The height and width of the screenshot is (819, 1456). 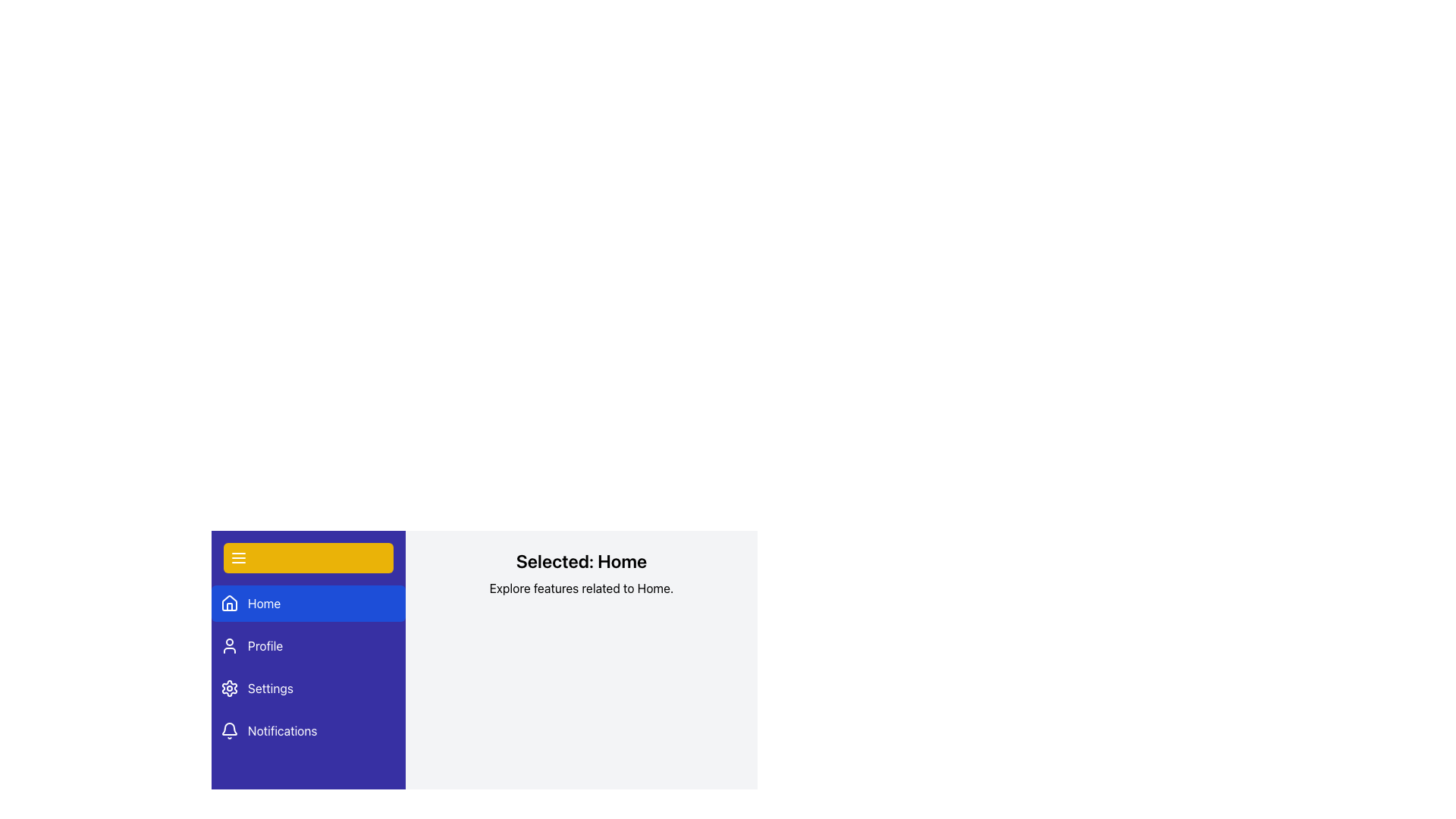 I want to click on the descriptive text display associated with the 'Home' section, located below the headline 'Selected: Home', so click(x=581, y=587).